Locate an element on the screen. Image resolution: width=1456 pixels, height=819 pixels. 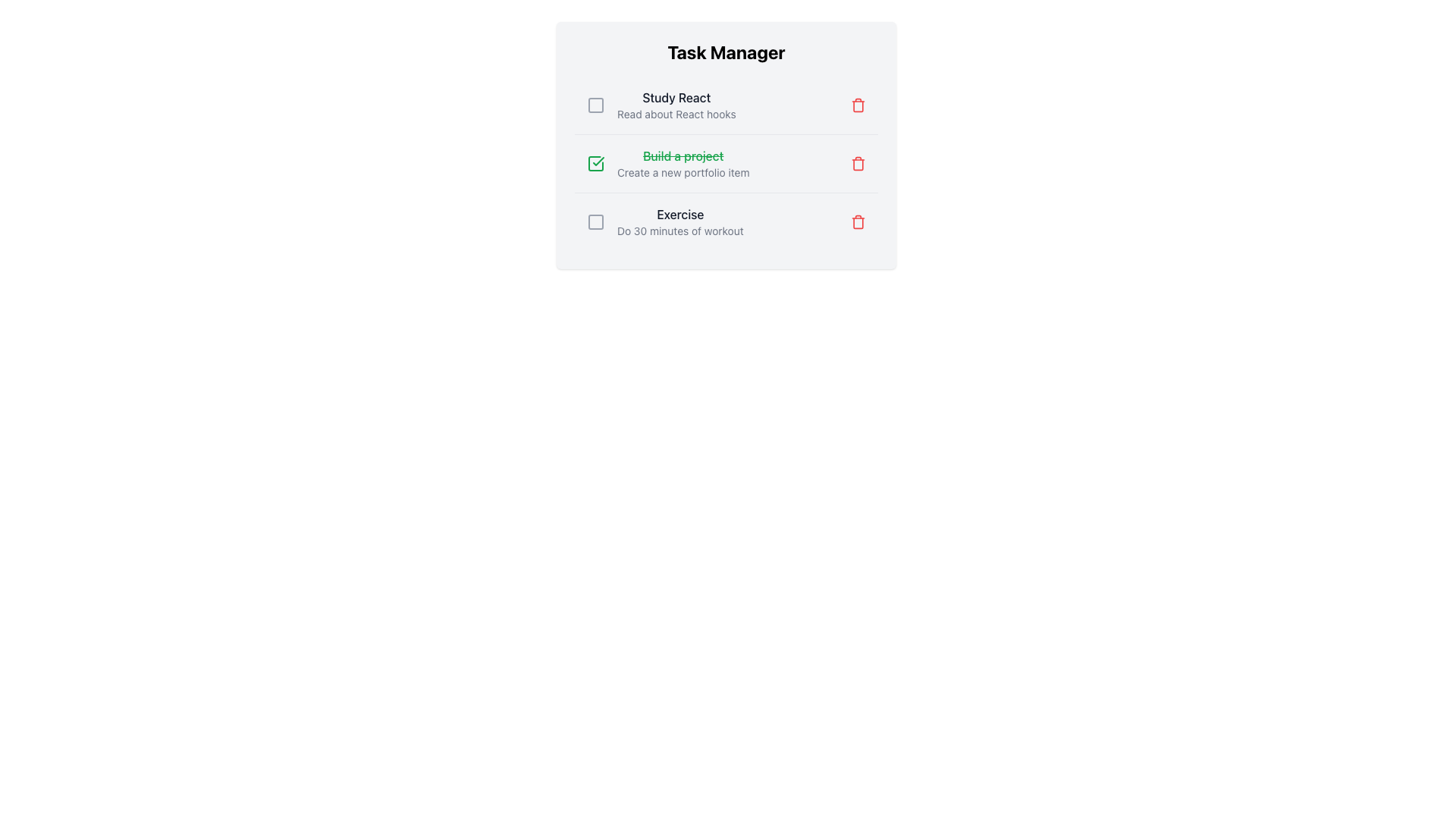
the third task row labeled 'Exercise' is located at coordinates (726, 221).